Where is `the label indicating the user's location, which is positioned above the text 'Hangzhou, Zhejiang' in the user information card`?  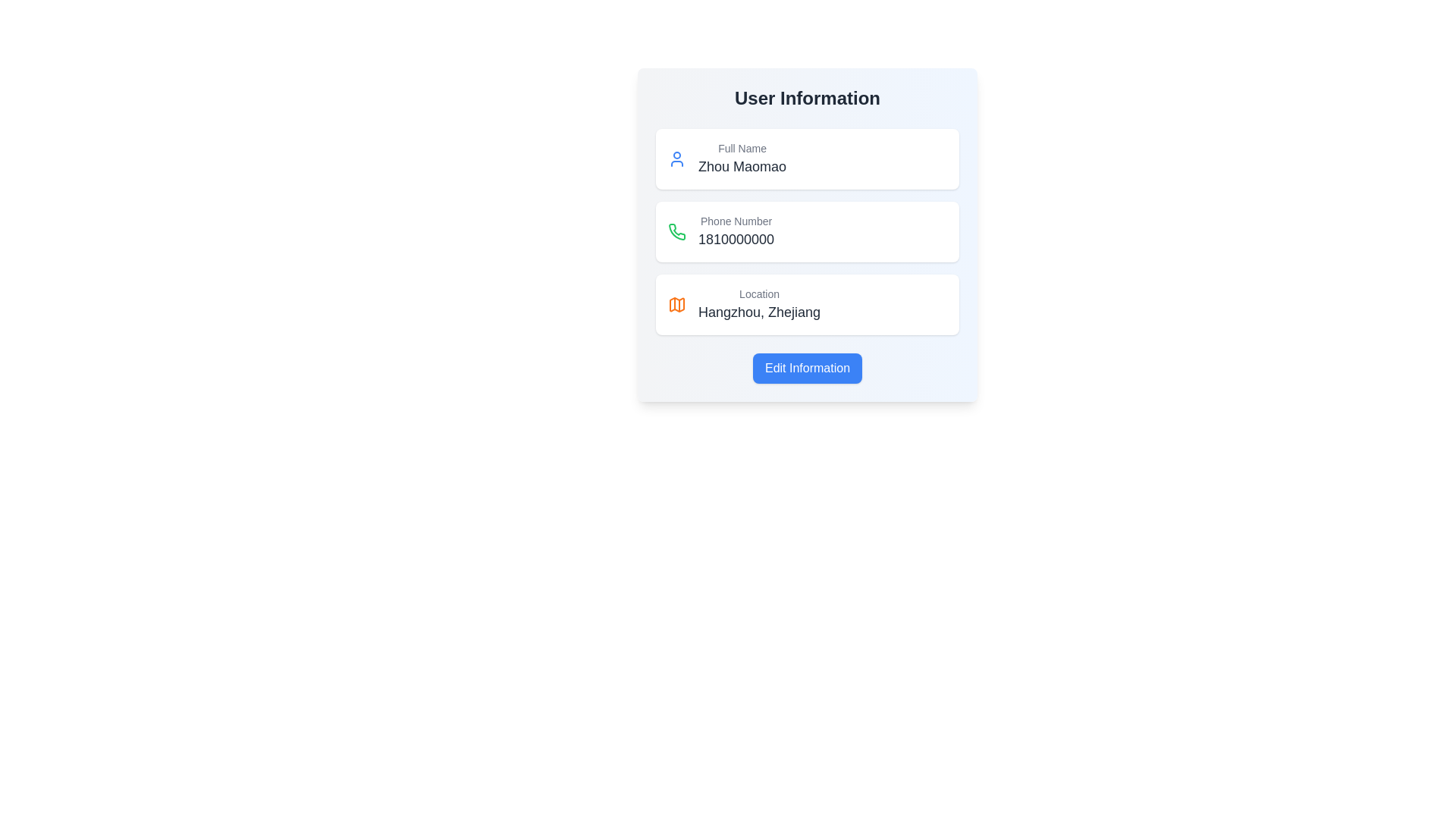 the label indicating the user's location, which is positioned above the text 'Hangzhou, Zhejiang' in the user information card is located at coordinates (759, 294).